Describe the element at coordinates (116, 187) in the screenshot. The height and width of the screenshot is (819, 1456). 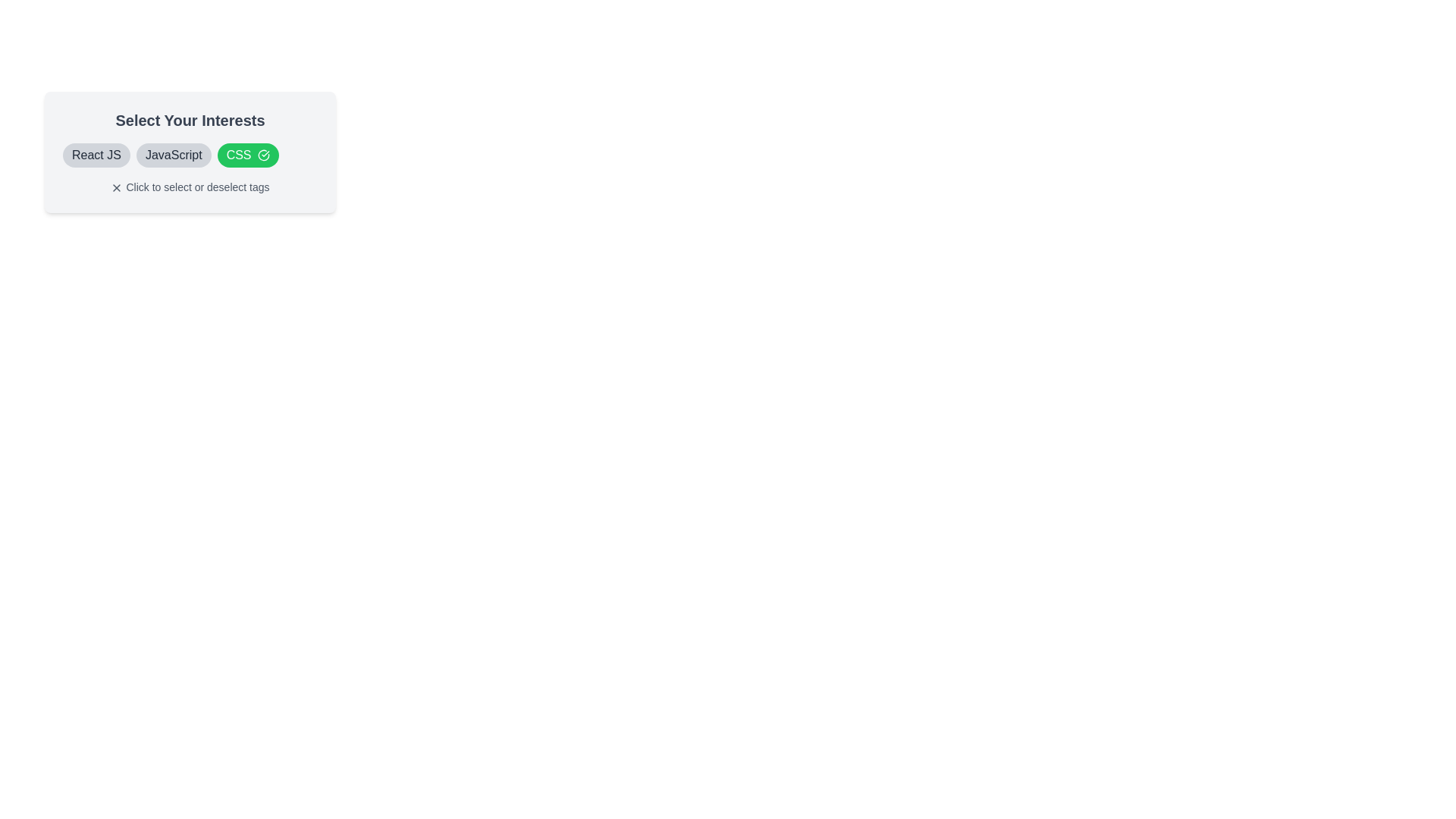
I see `the Close icon located to the left of the text 'Click` at that location.